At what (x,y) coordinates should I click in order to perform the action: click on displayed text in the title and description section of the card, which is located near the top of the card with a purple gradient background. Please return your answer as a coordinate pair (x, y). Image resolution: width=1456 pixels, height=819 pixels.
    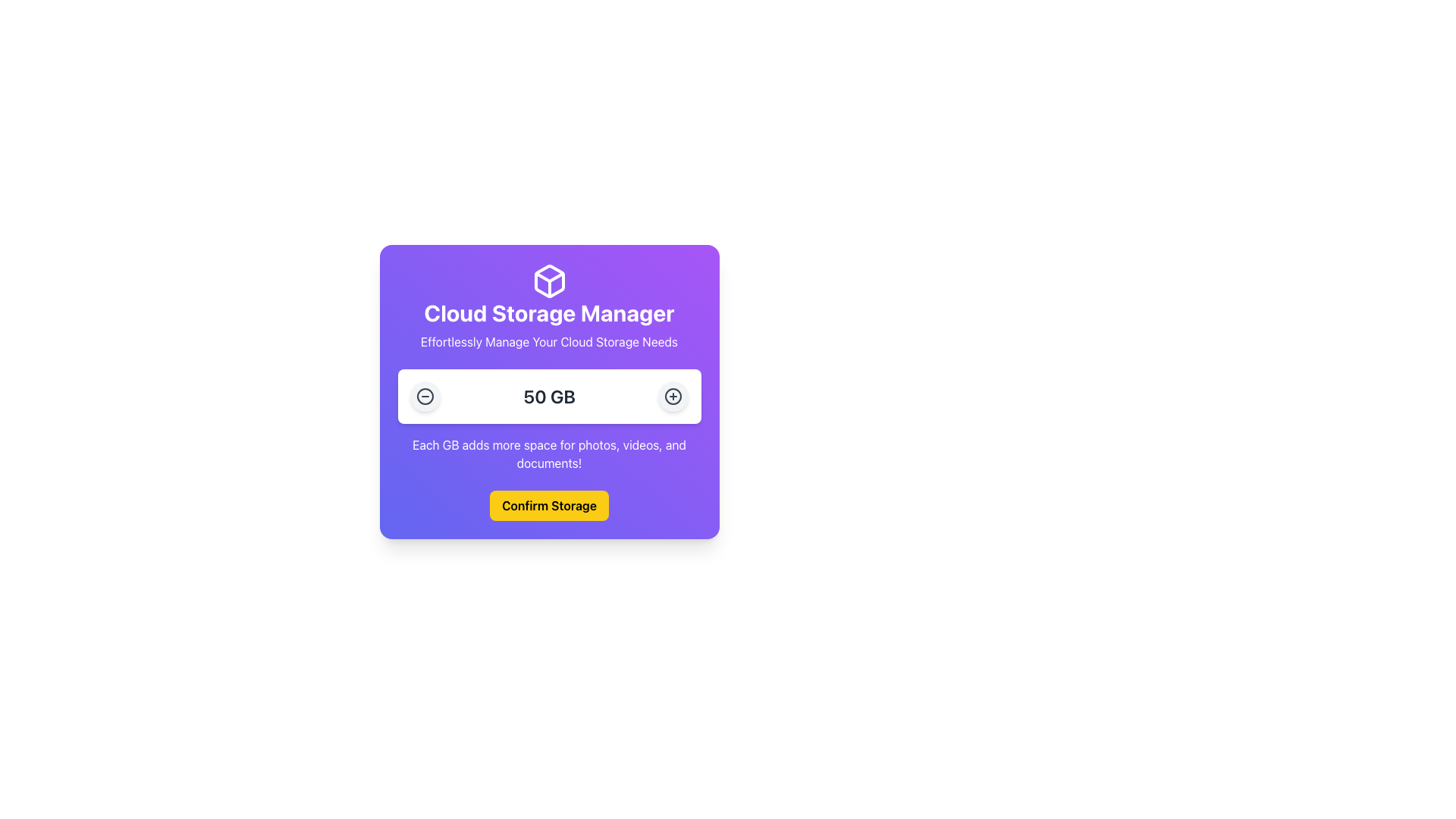
    Looking at the image, I should click on (548, 307).